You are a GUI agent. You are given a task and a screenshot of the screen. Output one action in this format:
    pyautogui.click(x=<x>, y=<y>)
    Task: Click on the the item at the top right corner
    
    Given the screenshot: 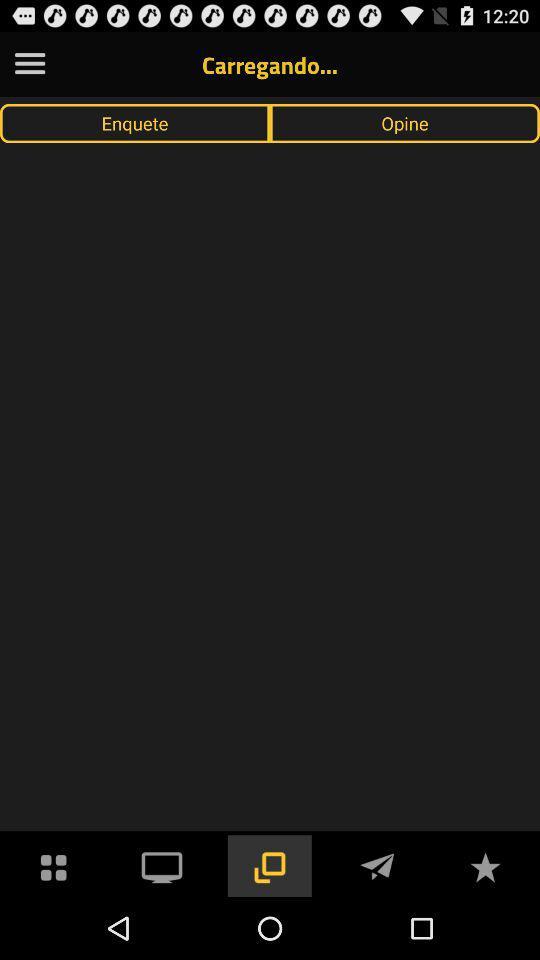 What is the action you would take?
    pyautogui.click(x=405, y=122)
    